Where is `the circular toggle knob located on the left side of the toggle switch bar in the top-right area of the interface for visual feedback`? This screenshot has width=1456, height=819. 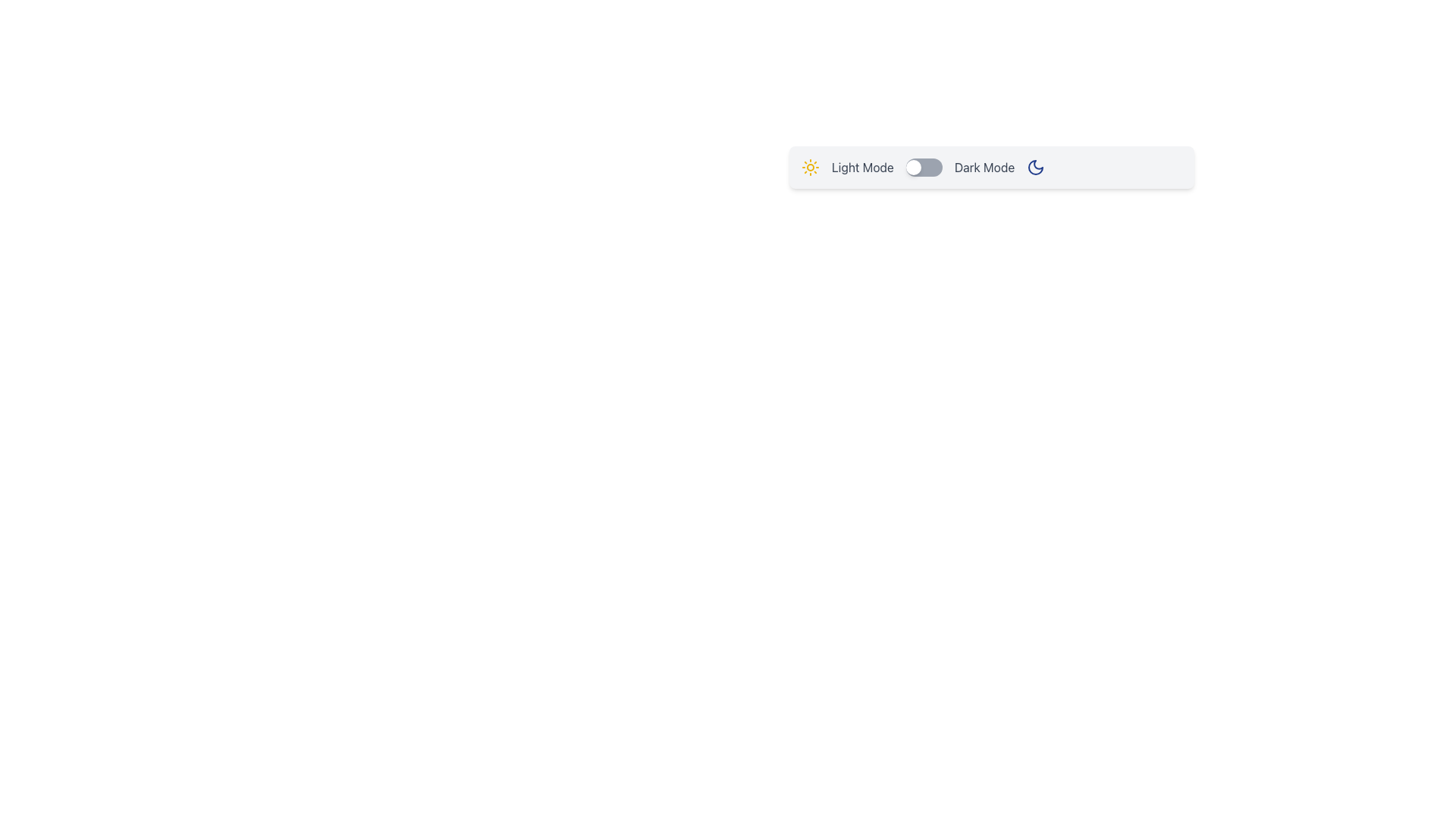 the circular toggle knob located on the left side of the toggle switch bar in the top-right area of the interface for visual feedback is located at coordinates (912, 167).